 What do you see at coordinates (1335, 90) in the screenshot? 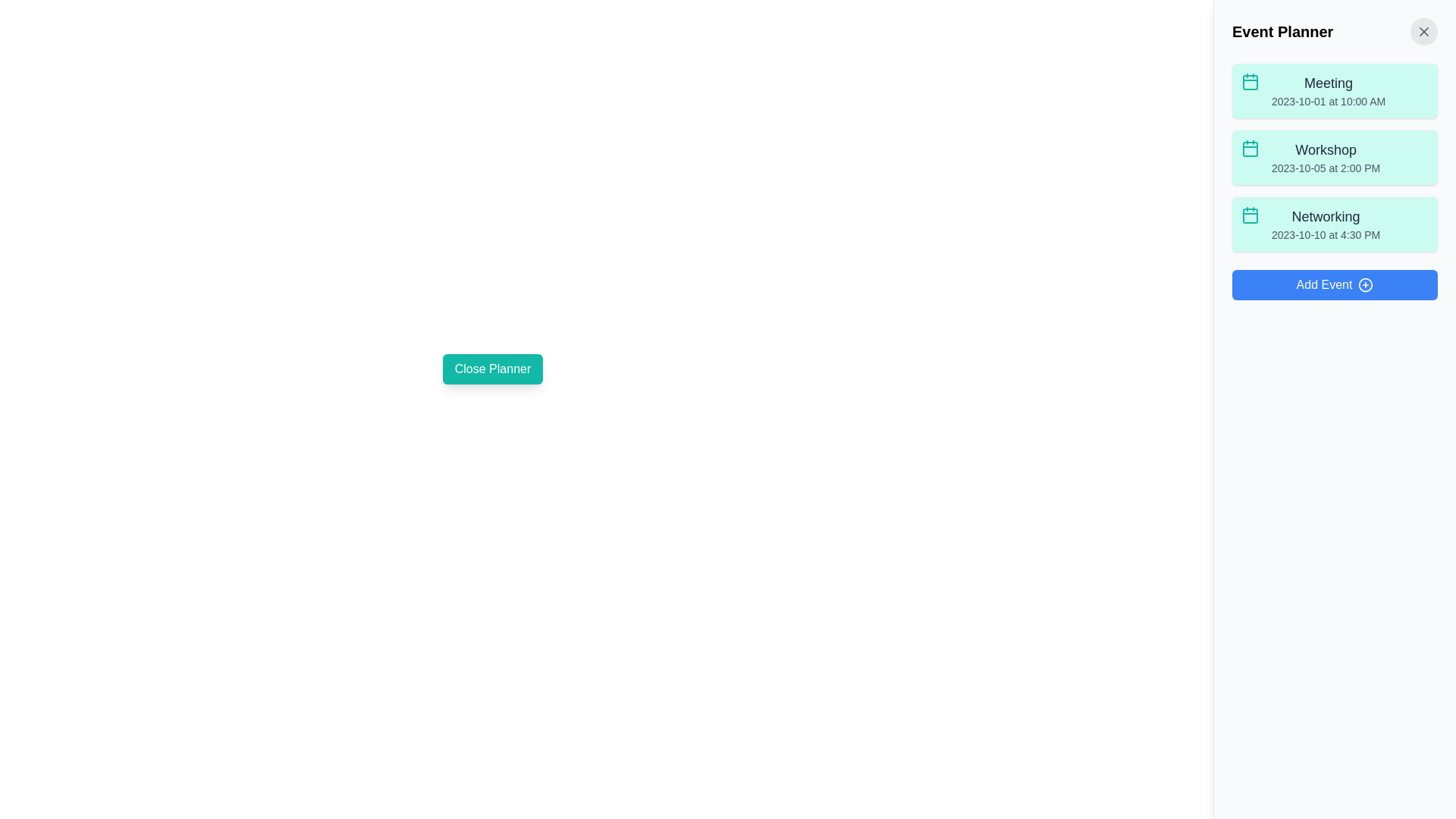
I see `the Informational card that indicates a meeting scheduled for 2023-10-01 at 10:00 AM, located at the top of the right-hand sidebar in the 'Event Planner' section` at bounding box center [1335, 90].